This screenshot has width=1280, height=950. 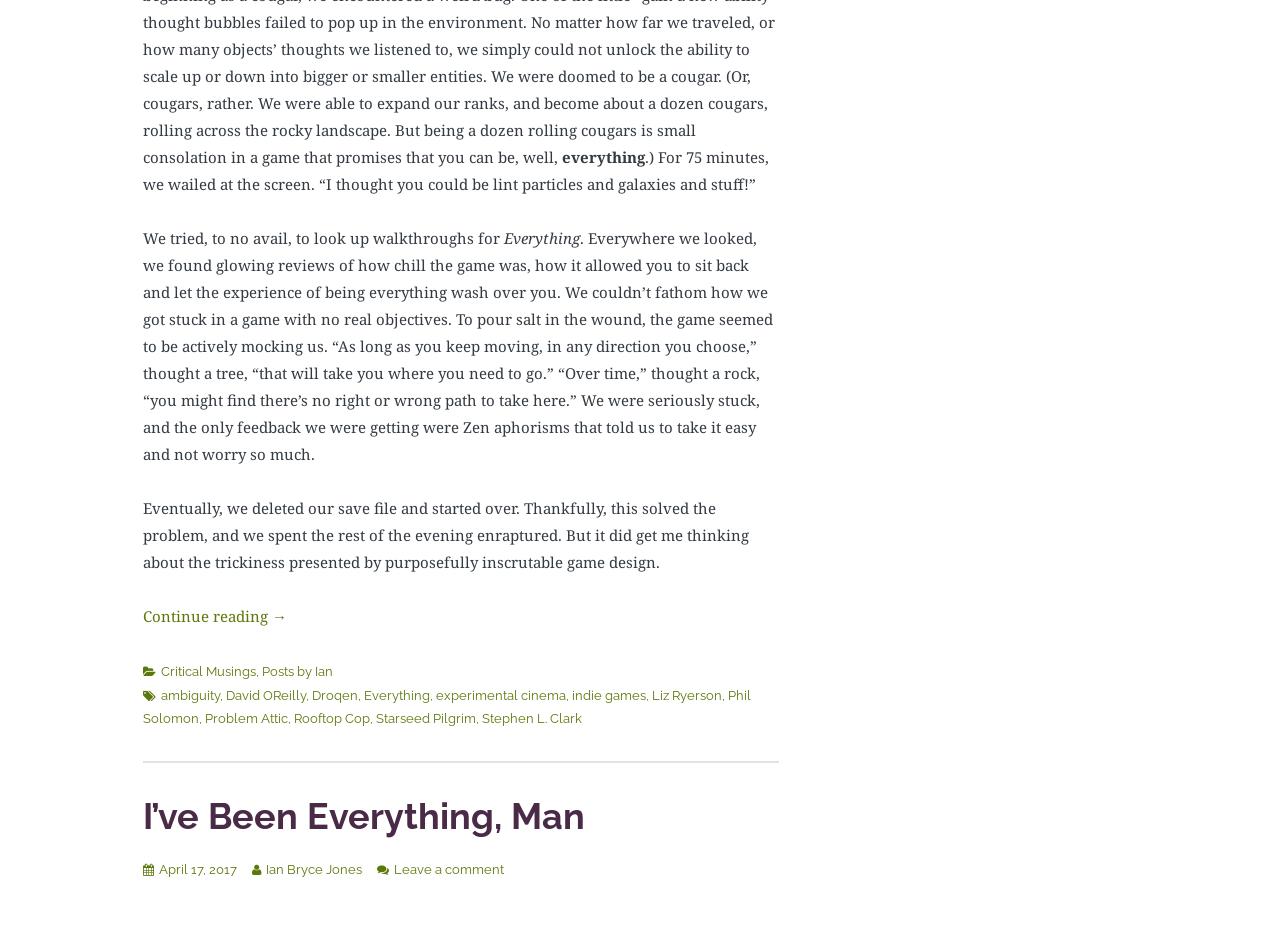 What do you see at coordinates (602, 157) in the screenshot?
I see `'everything'` at bounding box center [602, 157].